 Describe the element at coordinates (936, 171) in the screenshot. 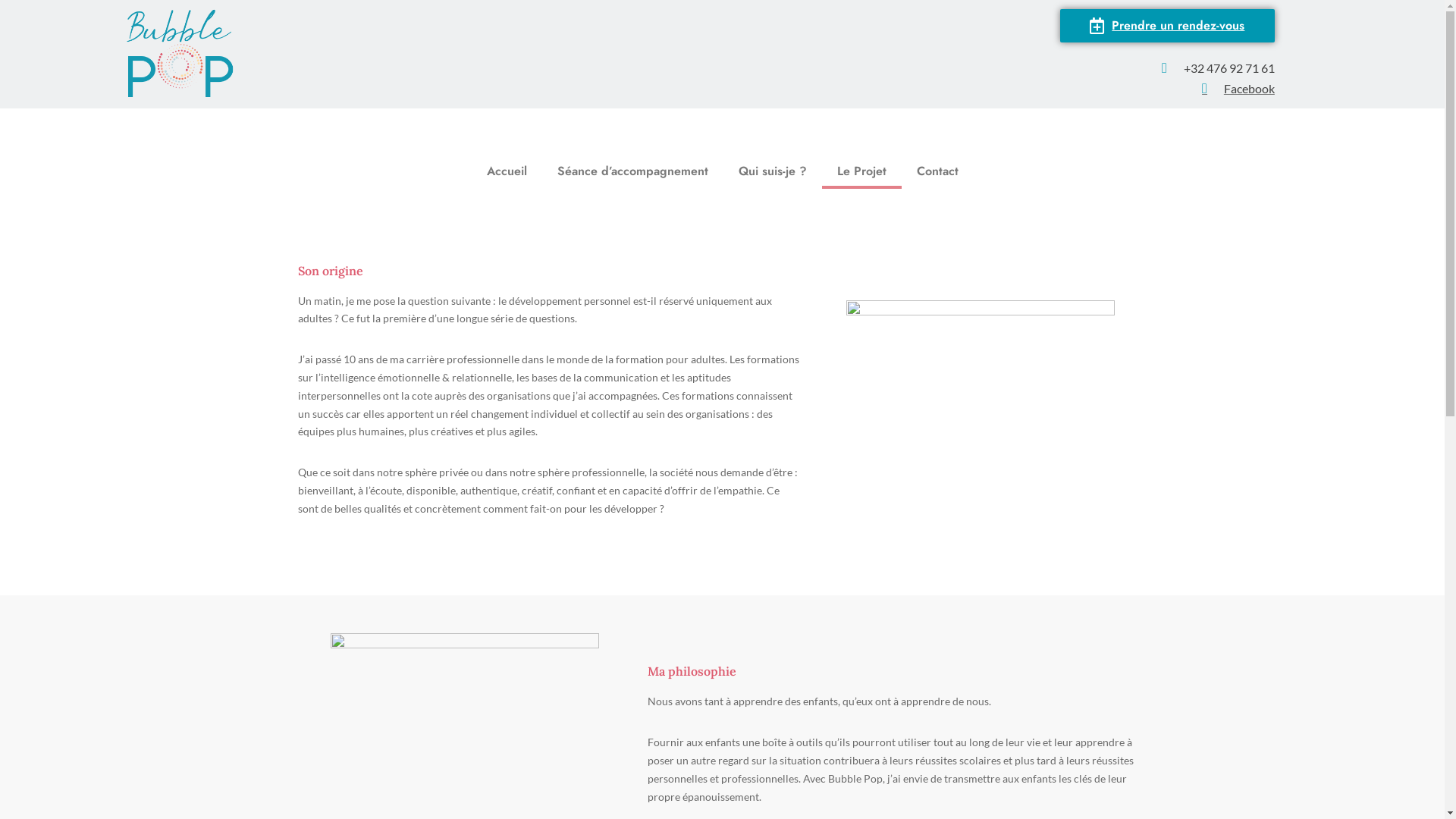

I see `'Contact'` at that location.